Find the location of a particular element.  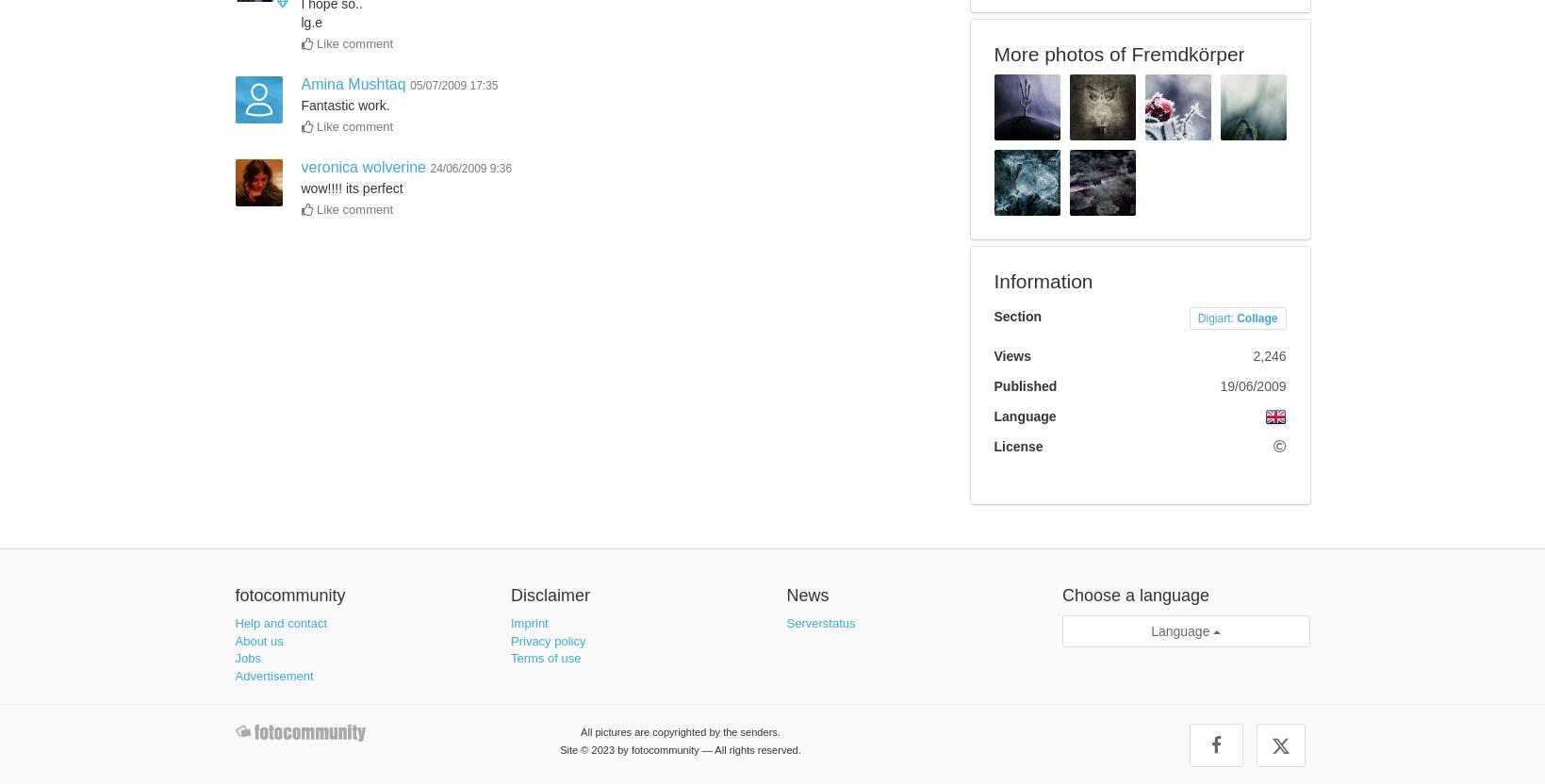

'Help and contact' is located at coordinates (233, 622).